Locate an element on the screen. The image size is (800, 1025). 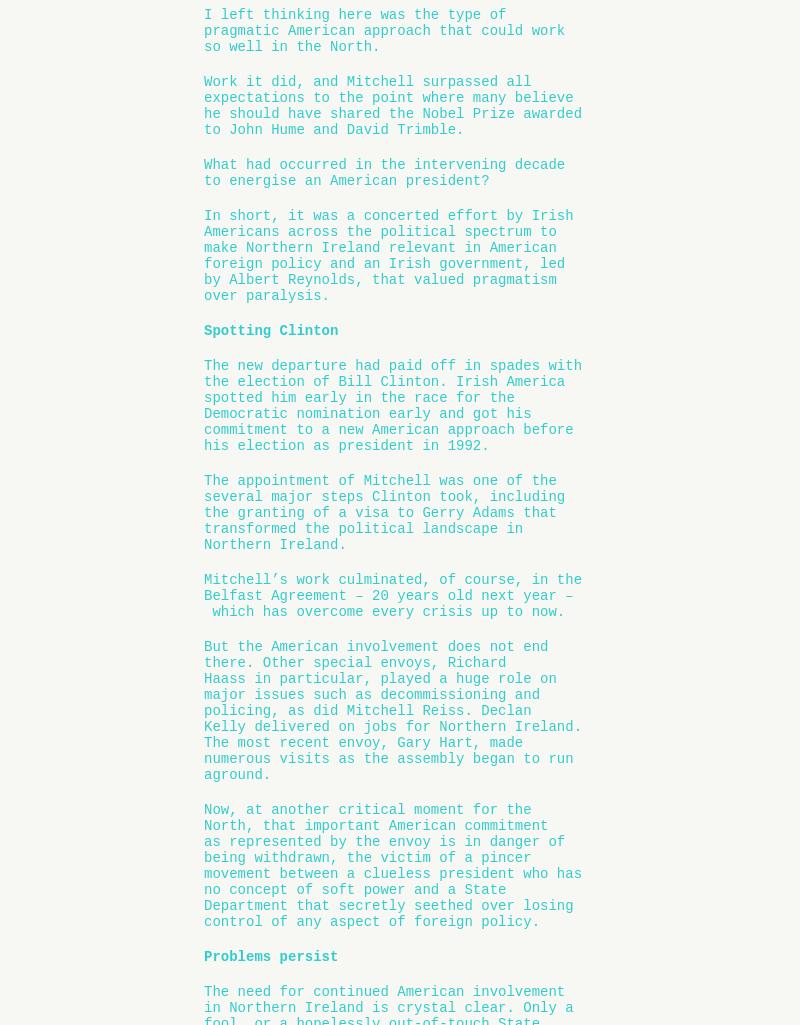
'Mitchell’s work culminated, of course, in the Belfast Agreement – 20 years old next year – which has overcome every crisis up to now.' is located at coordinates (392, 595).